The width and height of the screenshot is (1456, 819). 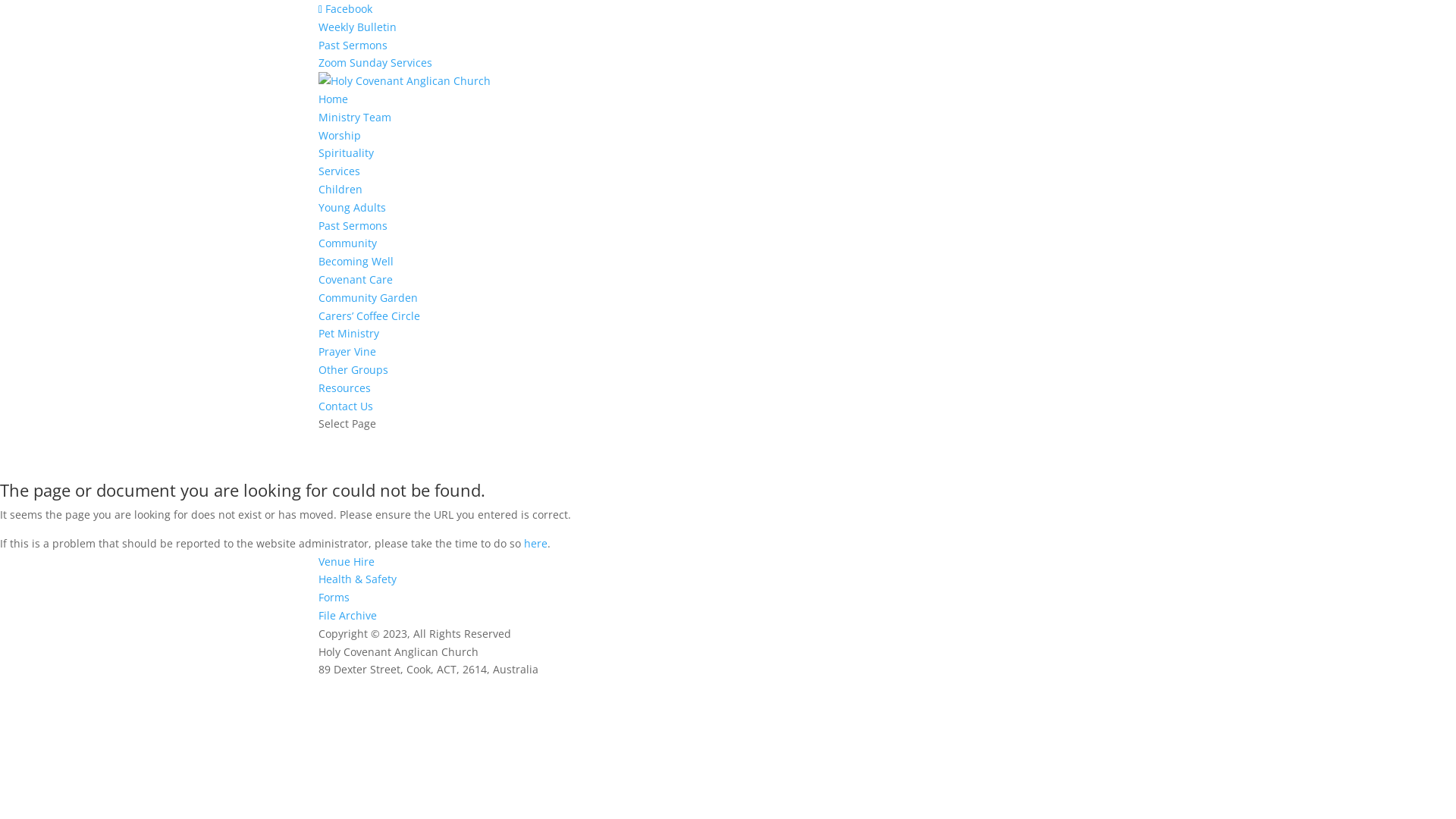 I want to click on 'Community Garden', so click(x=368, y=297).